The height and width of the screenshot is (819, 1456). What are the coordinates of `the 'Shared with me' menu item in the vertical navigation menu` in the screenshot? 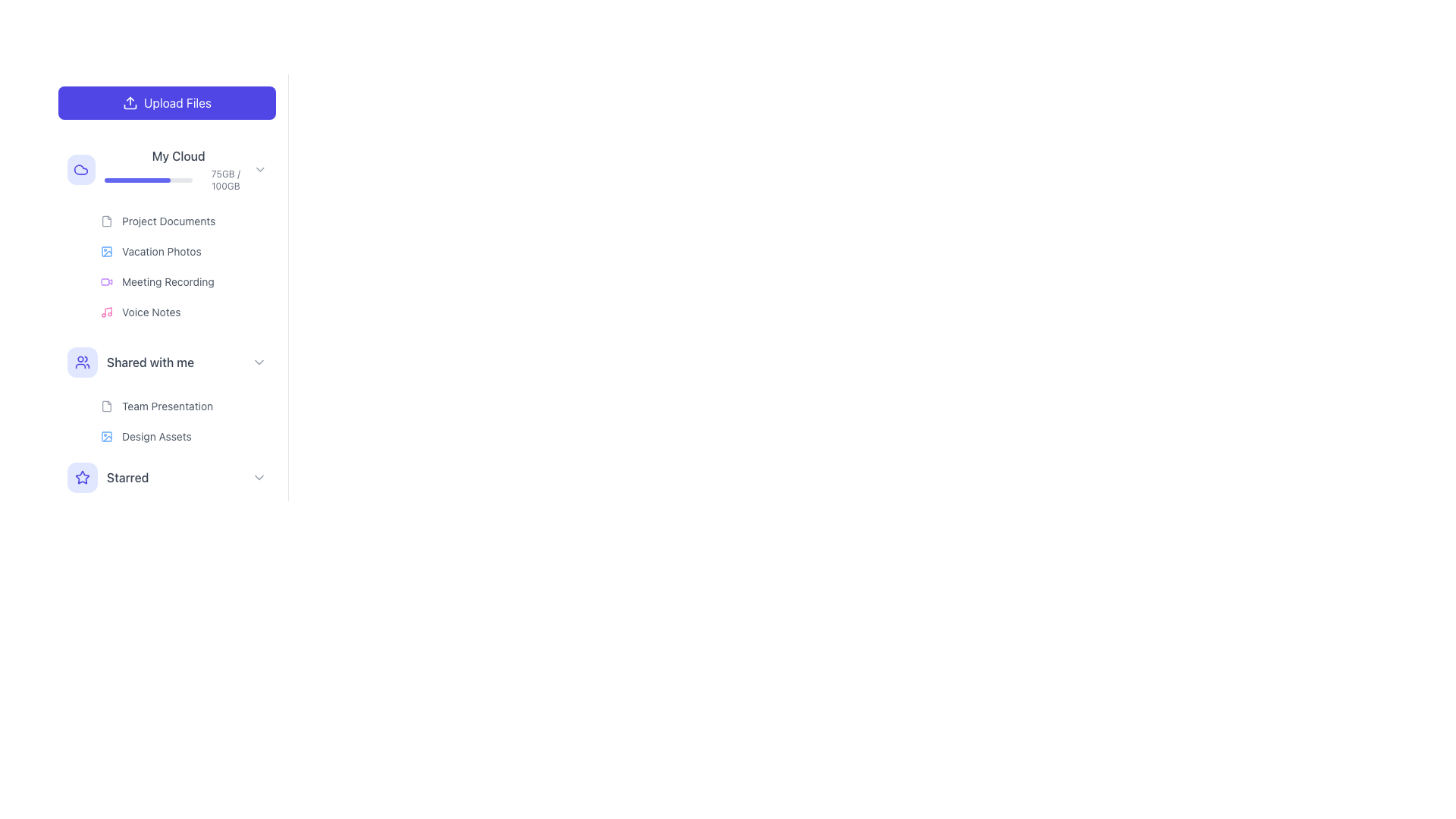 It's located at (130, 362).